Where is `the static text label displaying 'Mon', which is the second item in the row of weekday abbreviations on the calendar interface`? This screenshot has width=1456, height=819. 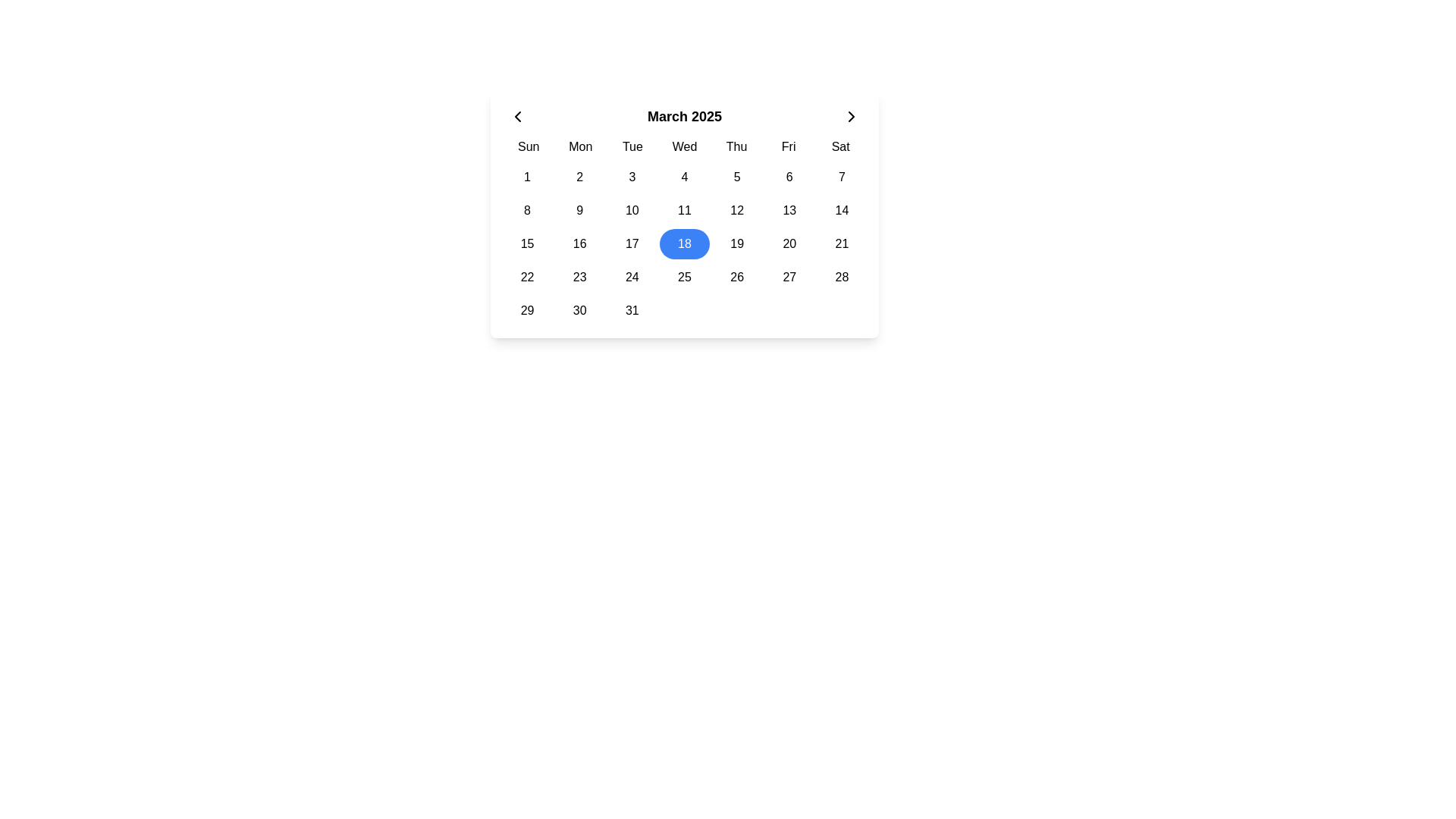 the static text label displaying 'Mon', which is the second item in the row of weekday abbreviations on the calendar interface is located at coordinates (579, 146).